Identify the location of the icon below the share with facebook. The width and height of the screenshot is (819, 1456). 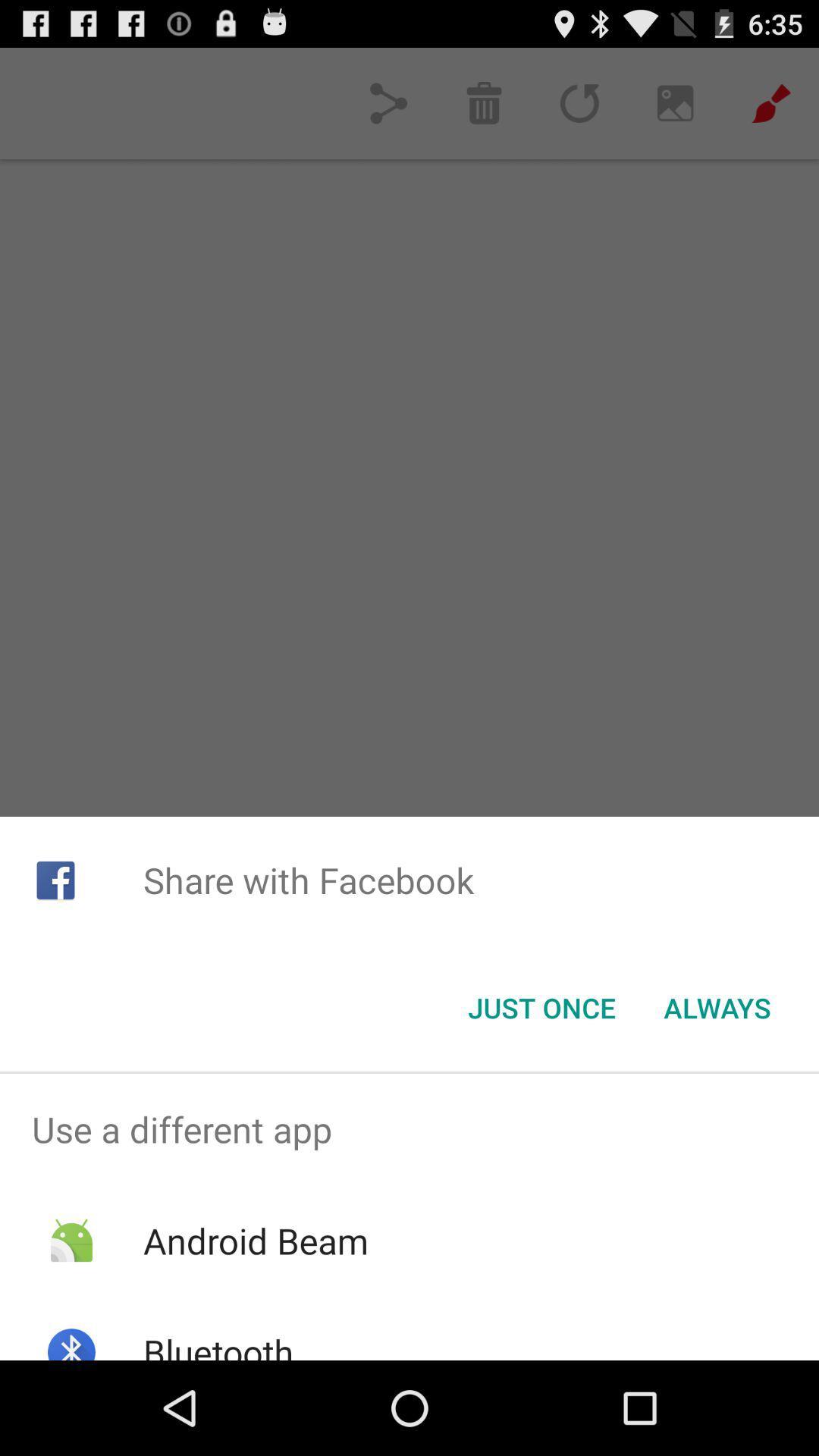
(541, 1008).